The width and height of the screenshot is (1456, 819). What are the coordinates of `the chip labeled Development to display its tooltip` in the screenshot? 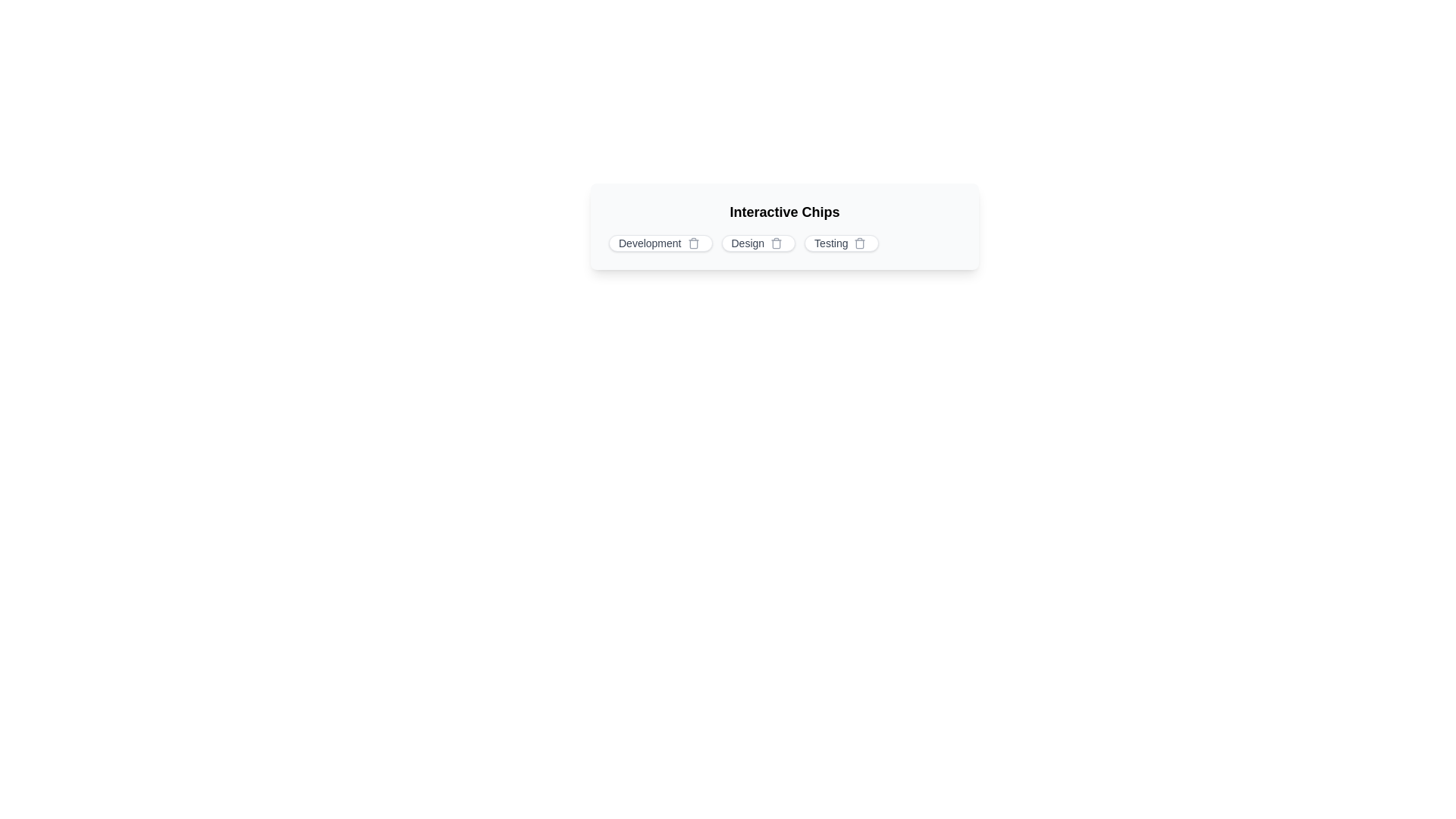 It's located at (661, 242).